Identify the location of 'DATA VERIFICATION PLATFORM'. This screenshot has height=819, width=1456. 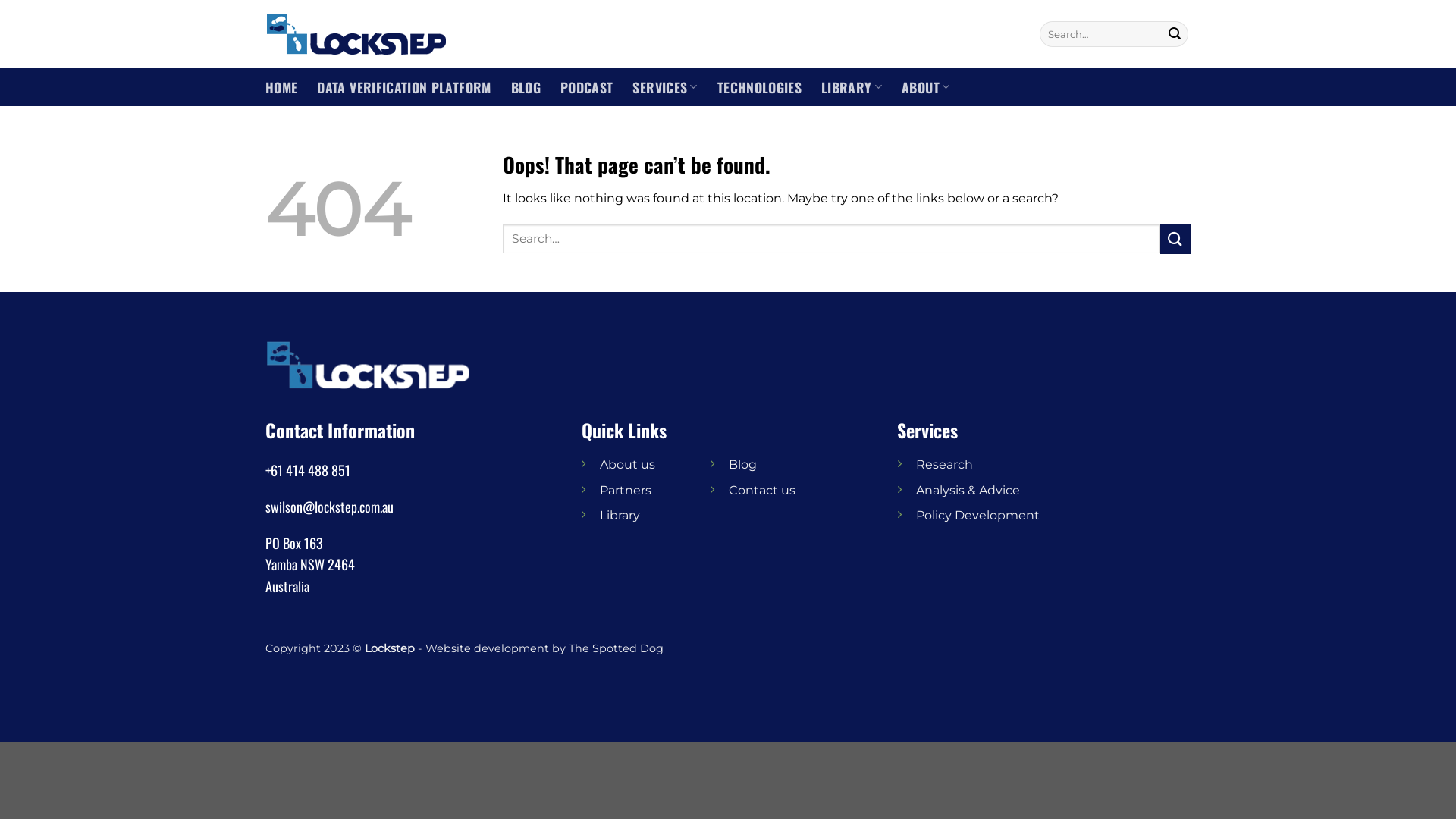
(315, 87).